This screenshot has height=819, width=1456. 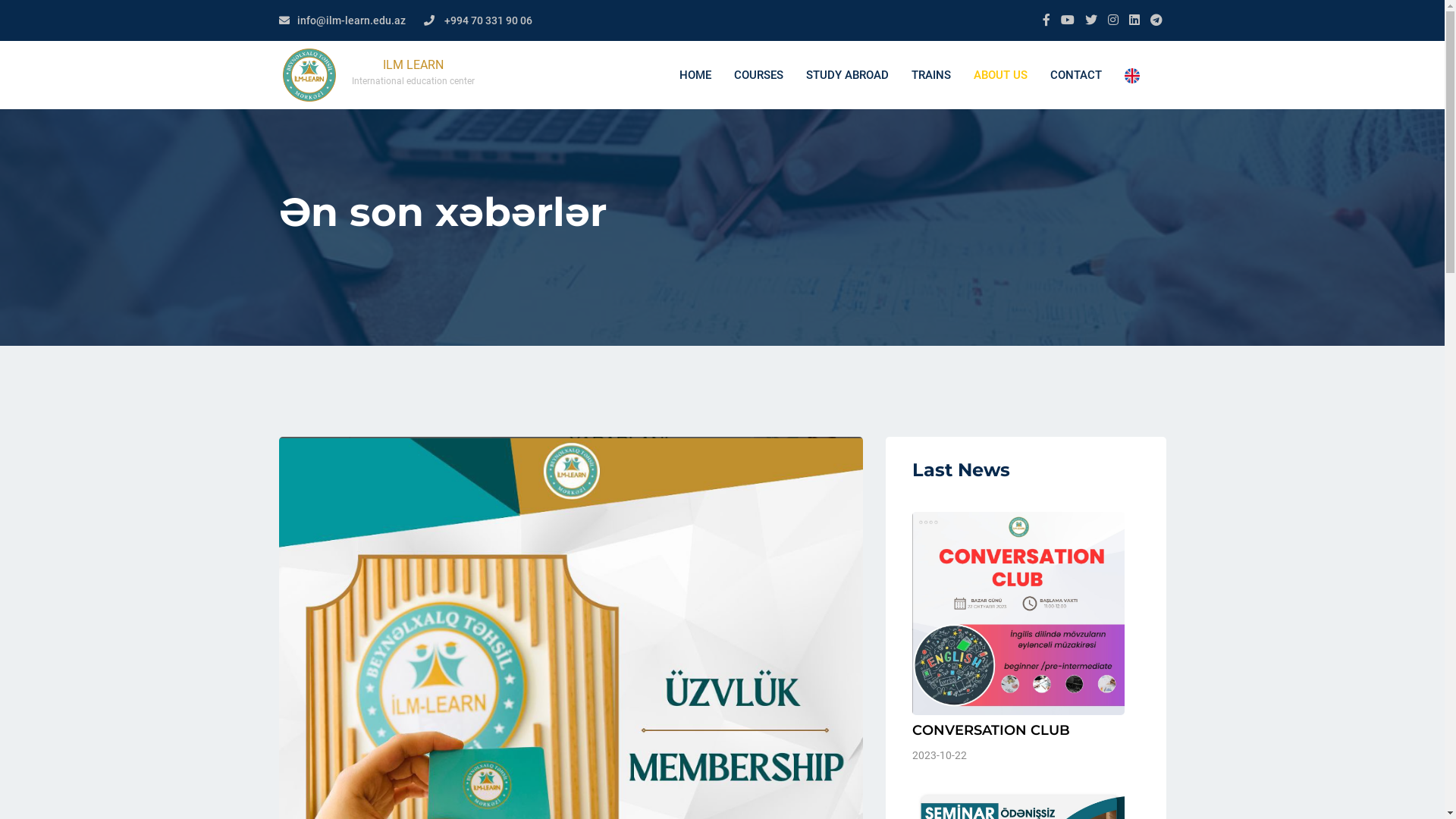 What do you see at coordinates (846, 75) in the screenshot?
I see `'STUDY ABROAD'` at bounding box center [846, 75].